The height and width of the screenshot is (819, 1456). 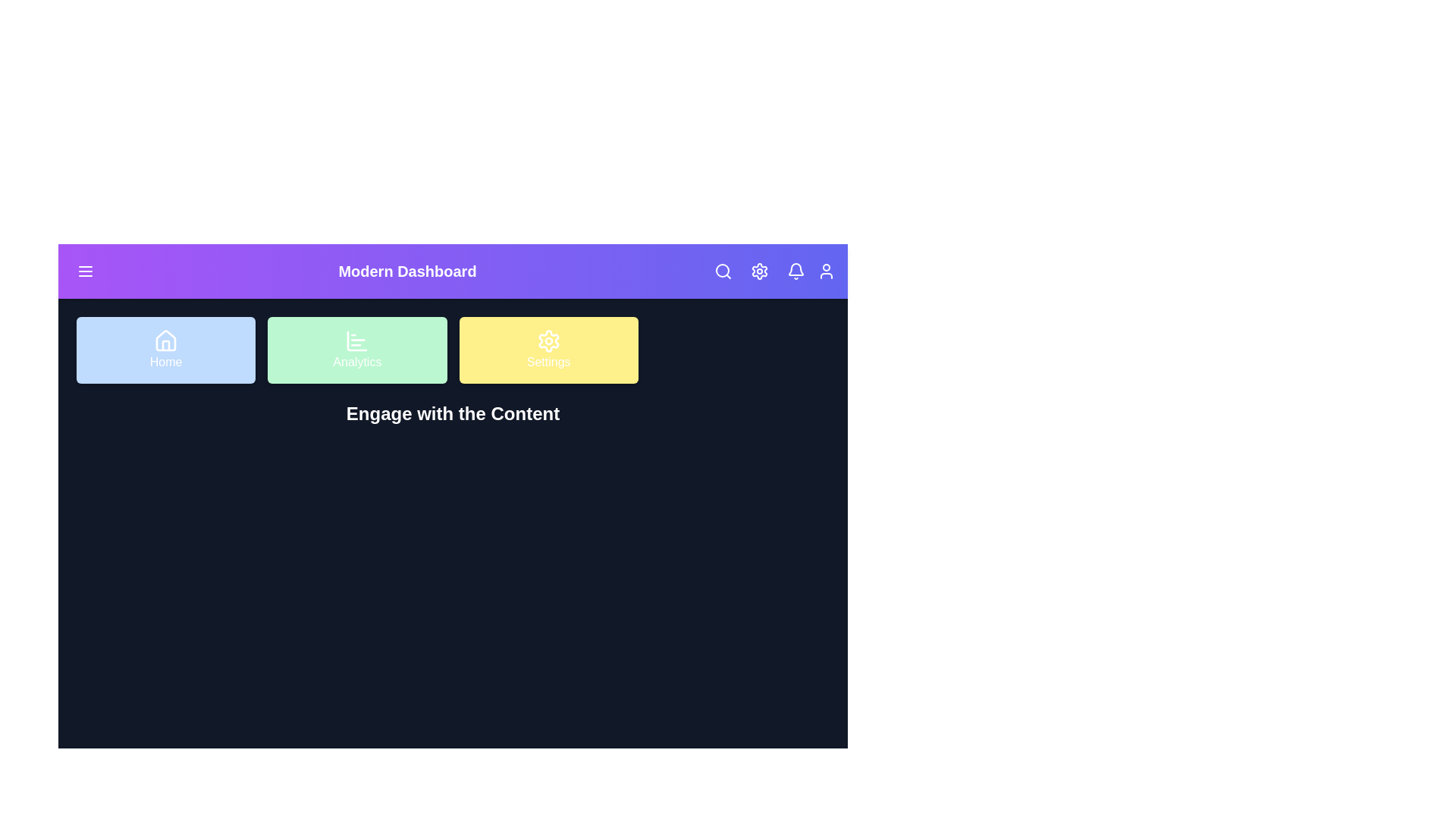 What do you see at coordinates (795, 271) in the screenshot?
I see `the bell icon to view notifications` at bounding box center [795, 271].